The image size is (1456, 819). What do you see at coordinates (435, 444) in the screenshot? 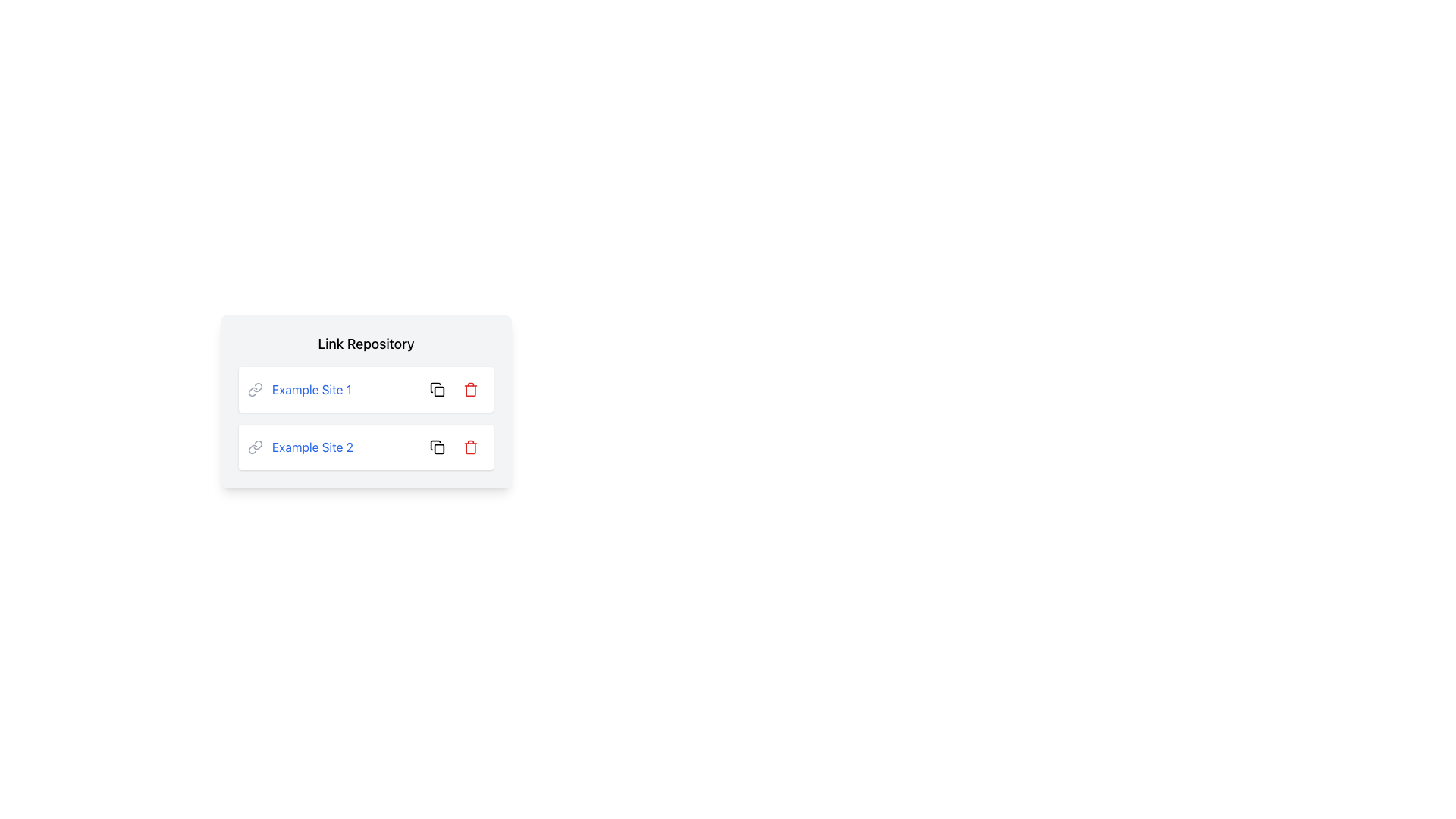
I see `the Icon button located on the right-hand side of the 'Example Site 2' label to initiate the copy action` at bounding box center [435, 444].